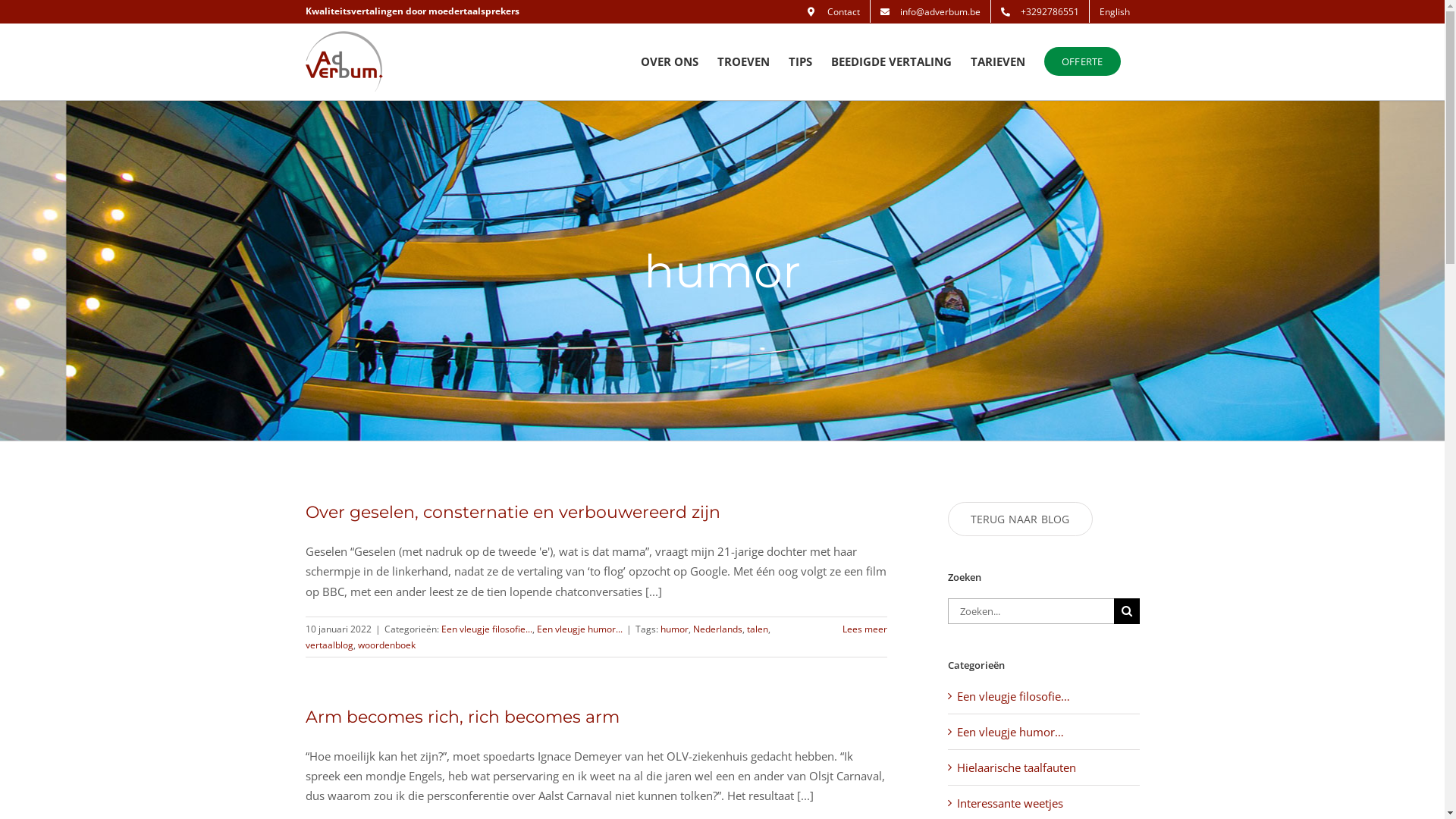  What do you see at coordinates (673, 629) in the screenshot?
I see `'humor'` at bounding box center [673, 629].